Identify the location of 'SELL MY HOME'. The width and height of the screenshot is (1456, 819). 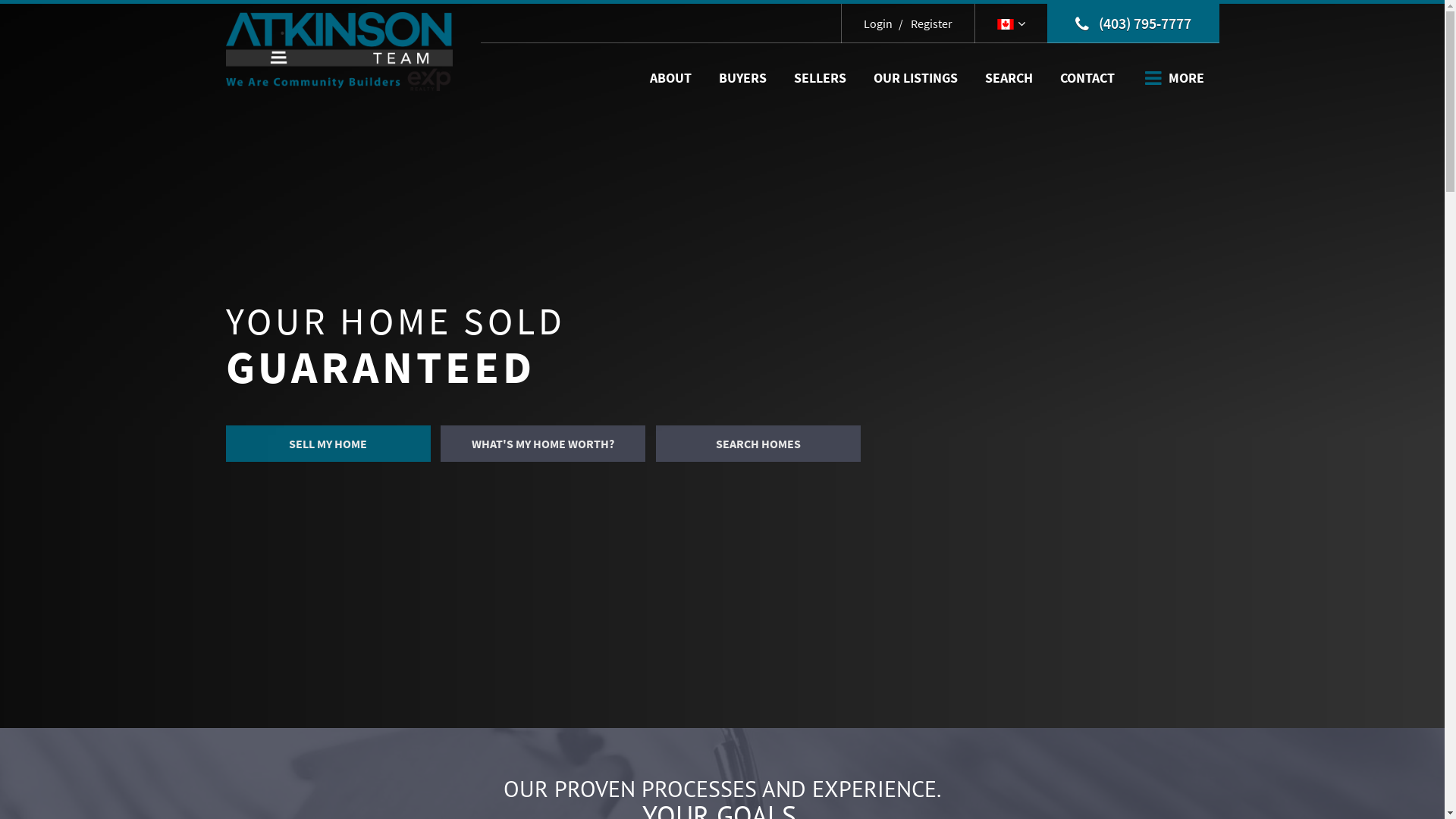
(327, 444).